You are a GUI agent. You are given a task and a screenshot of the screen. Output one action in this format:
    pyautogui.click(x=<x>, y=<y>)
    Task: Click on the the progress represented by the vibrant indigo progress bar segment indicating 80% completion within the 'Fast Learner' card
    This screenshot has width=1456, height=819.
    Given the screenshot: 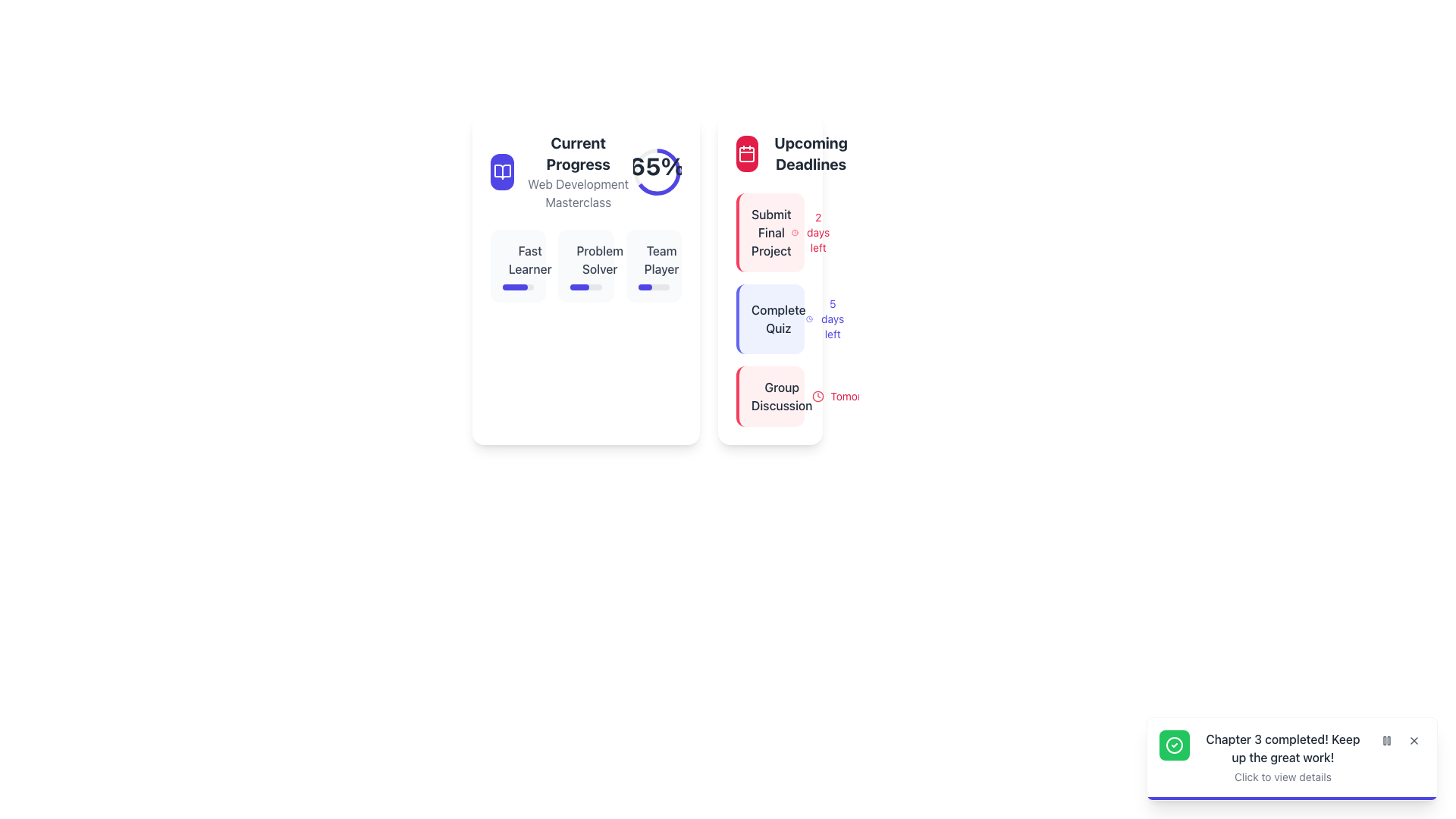 What is the action you would take?
    pyautogui.click(x=515, y=287)
    